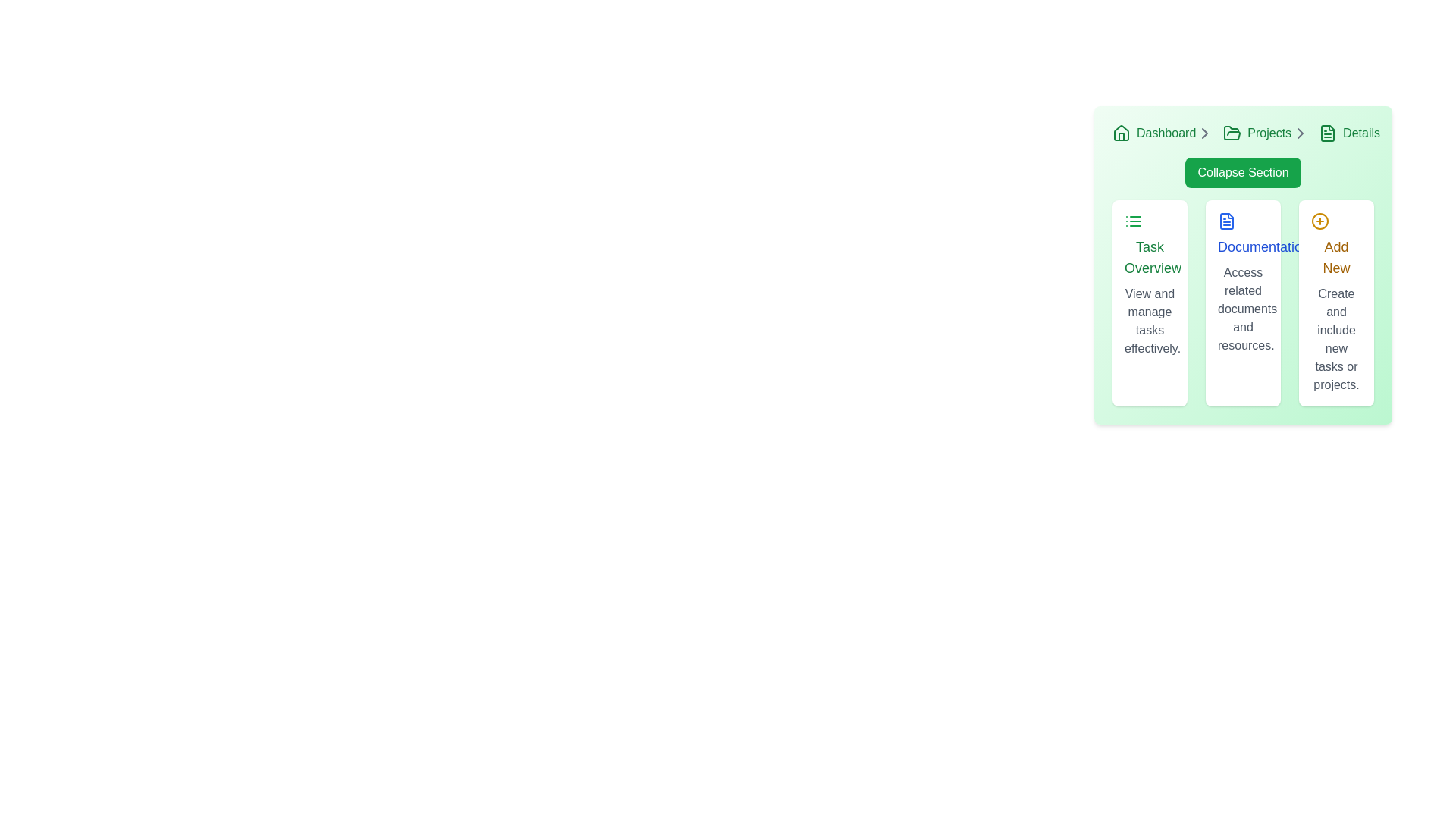 The width and height of the screenshot is (1456, 819). Describe the element at coordinates (1319, 221) in the screenshot. I see `the addition icon located in the top left corner of the 'Add New' card, which visually represents creating new tasks or projects` at that location.